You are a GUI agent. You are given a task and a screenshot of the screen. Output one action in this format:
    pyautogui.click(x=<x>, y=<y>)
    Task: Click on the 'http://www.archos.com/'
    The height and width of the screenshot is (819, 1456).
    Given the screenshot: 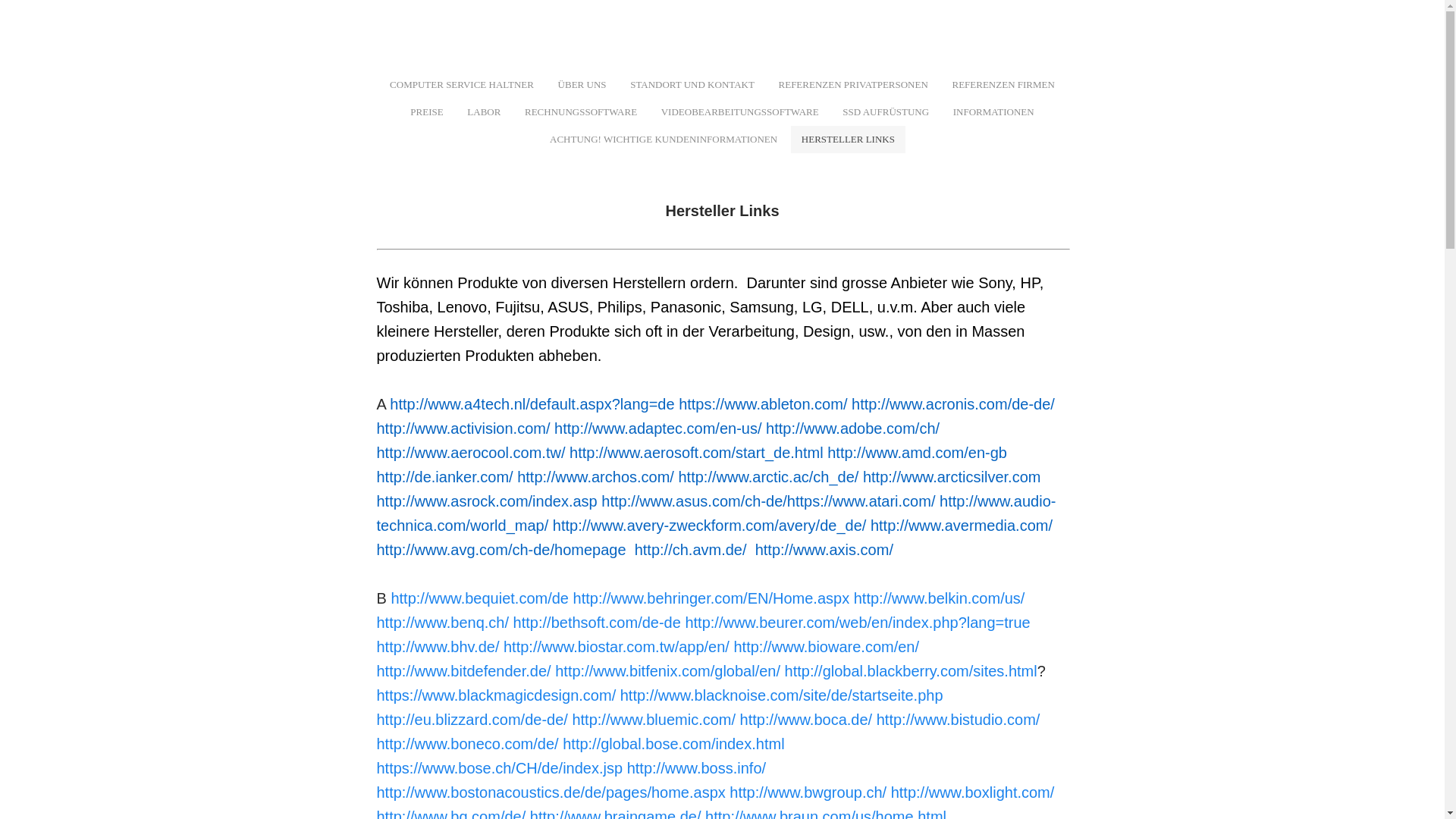 What is the action you would take?
    pyautogui.click(x=595, y=475)
    